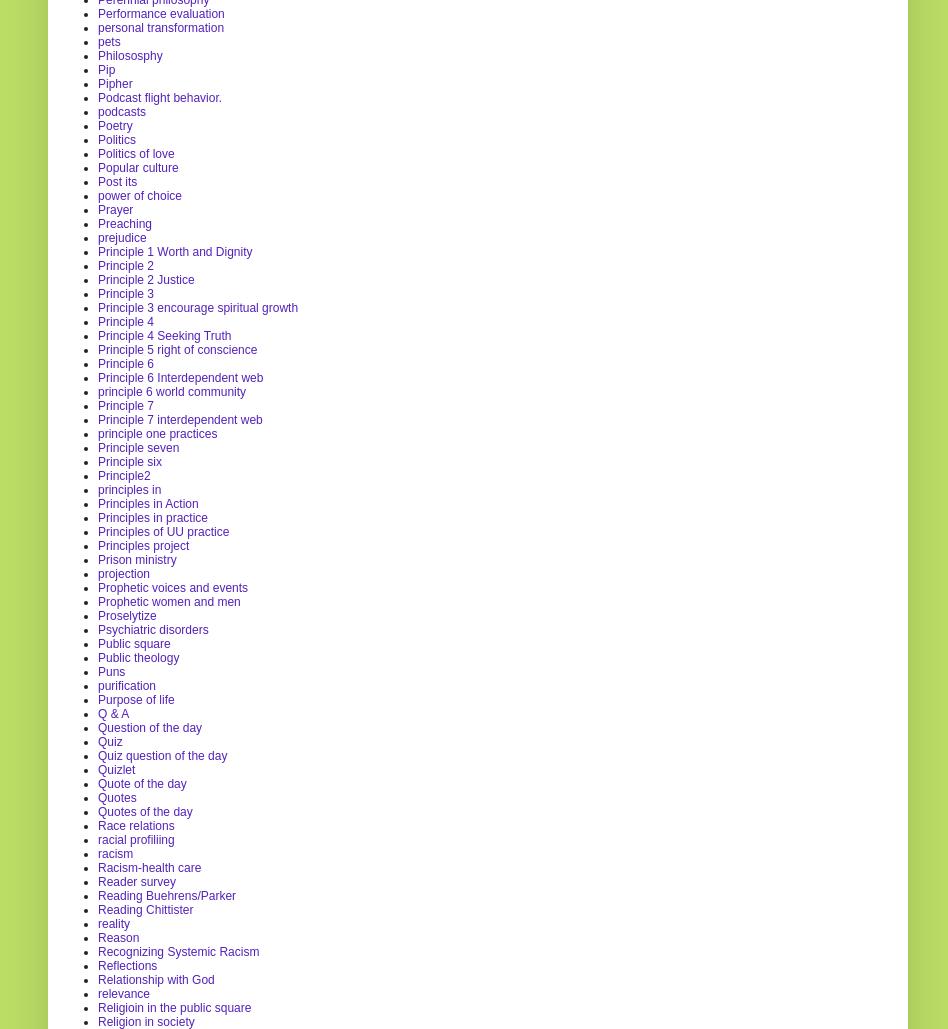 This screenshot has width=948, height=1029. What do you see at coordinates (166, 895) in the screenshot?
I see `'Reading Buehrens/Parker'` at bounding box center [166, 895].